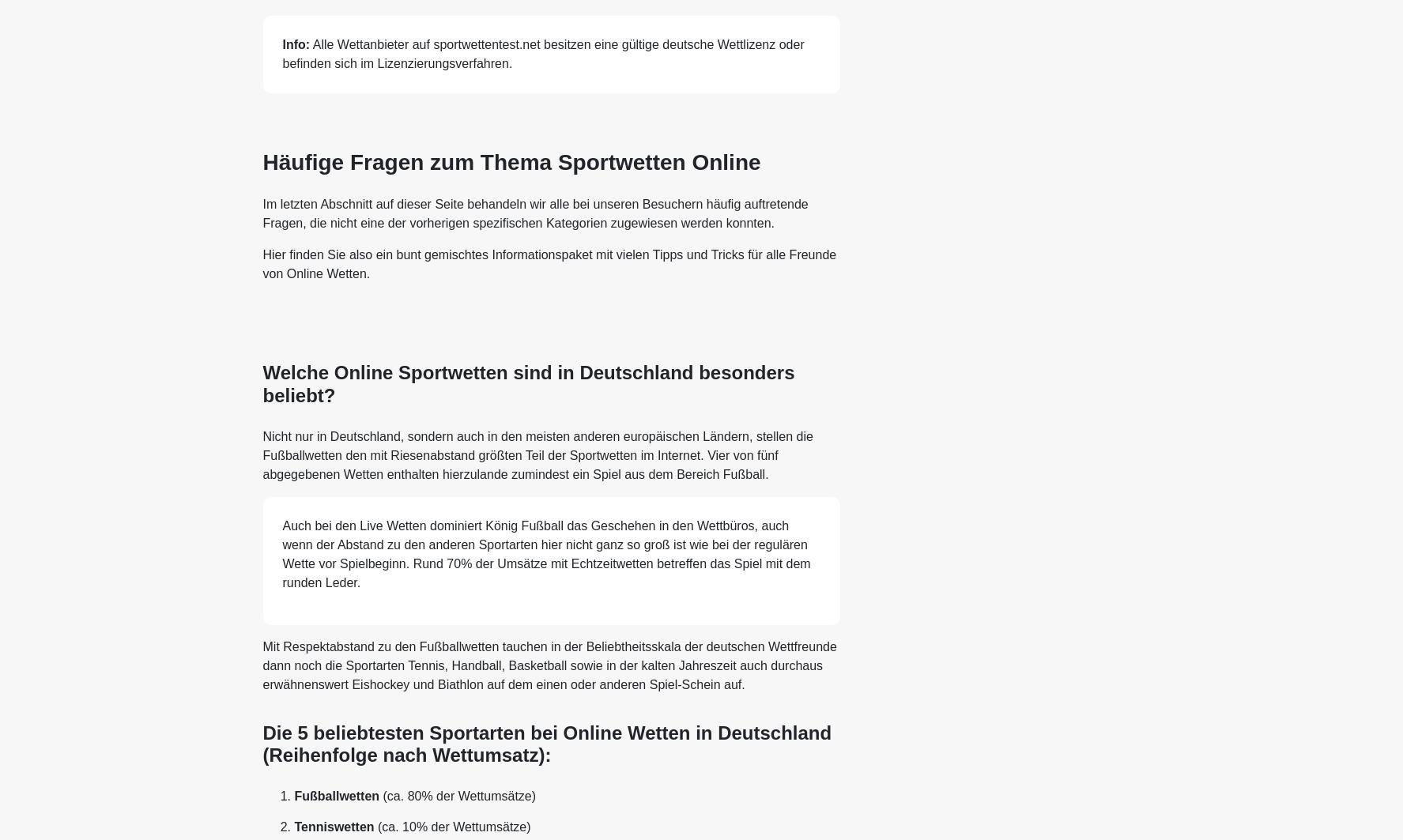 The image size is (1403, 840). I want to click on 'Häufige Fragen zum Thema Sportwetten Online', so click(510, 161).